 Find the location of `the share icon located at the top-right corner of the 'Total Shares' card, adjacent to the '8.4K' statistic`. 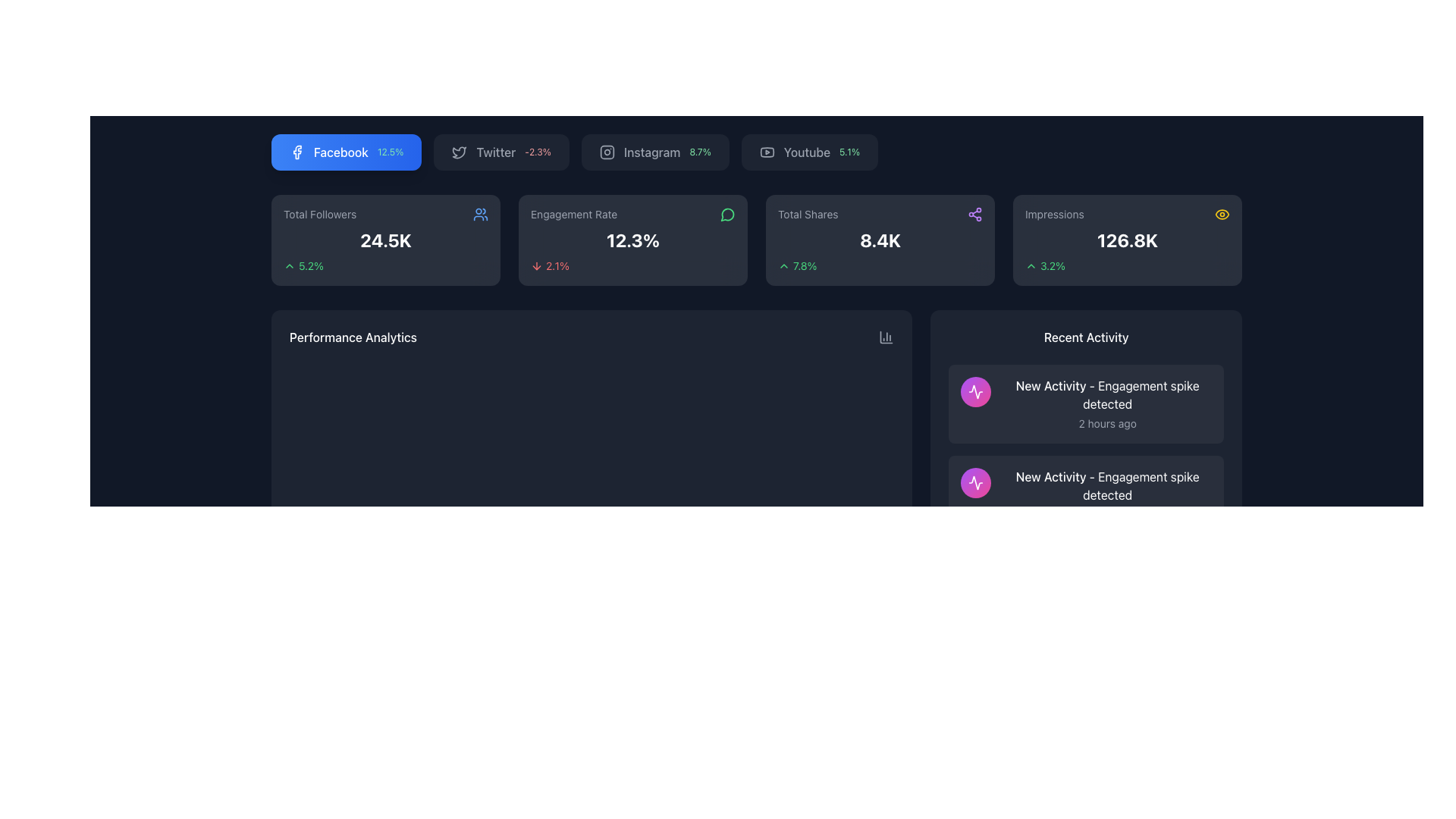

the share icon located at the top-right corner of the 'Total Shares' card, adjacent to the '8.4K' statistic is located at coordinates (975, 214).